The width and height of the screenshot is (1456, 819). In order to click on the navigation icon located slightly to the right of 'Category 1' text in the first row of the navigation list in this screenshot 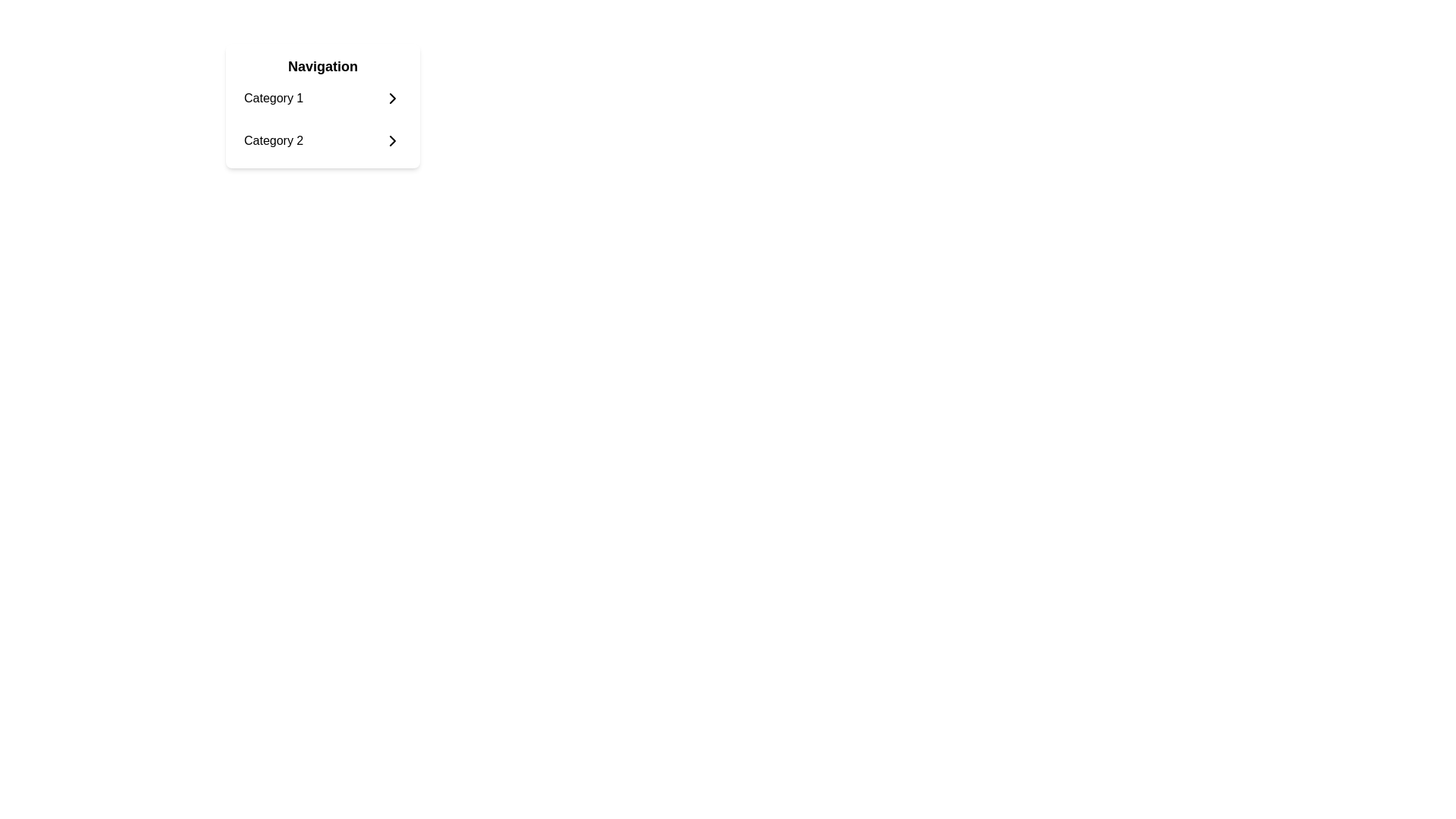, I will do `click(393, 99)`.